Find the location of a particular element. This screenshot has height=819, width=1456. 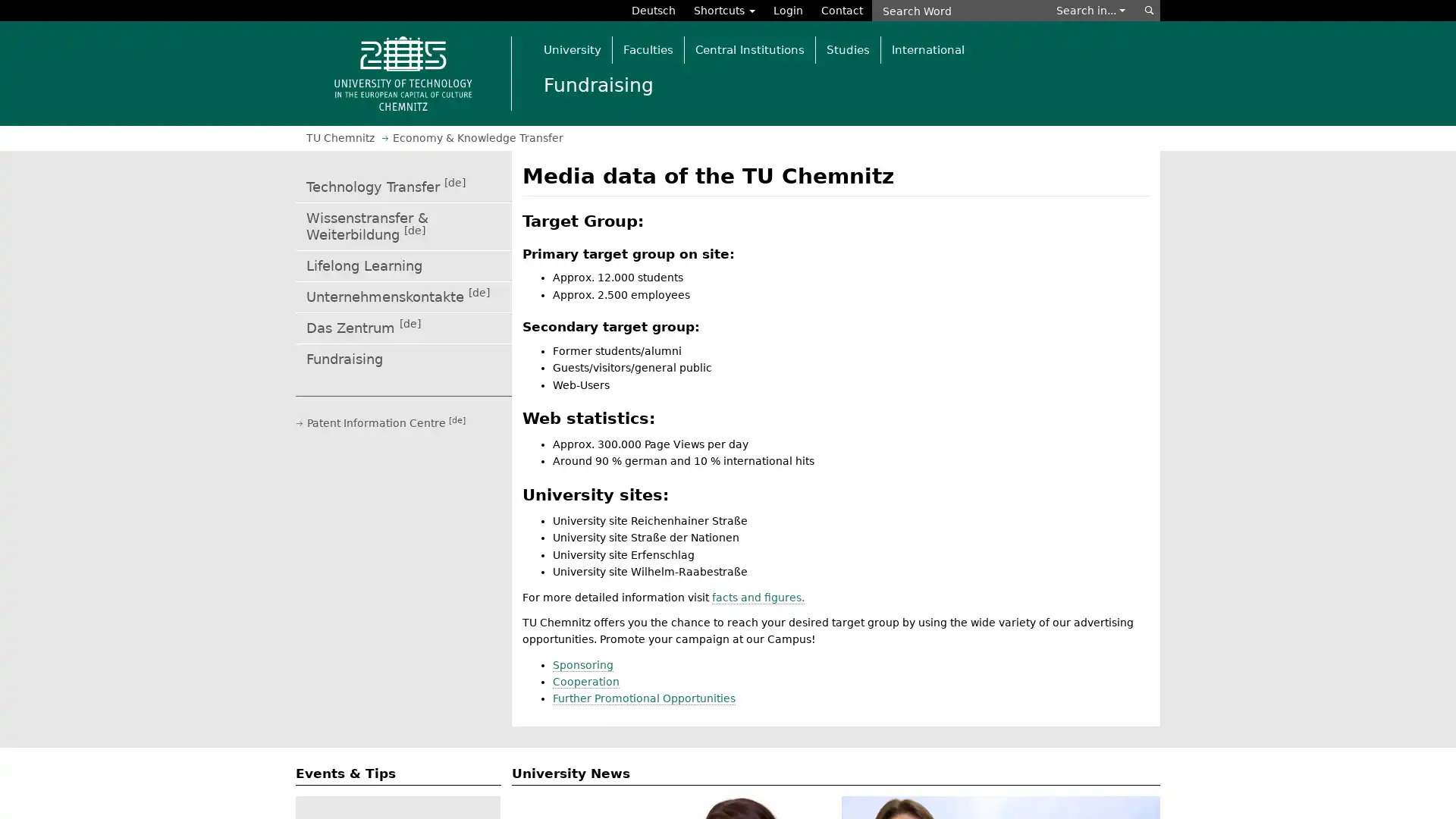

Faculties is located at coordinates (648, 49).